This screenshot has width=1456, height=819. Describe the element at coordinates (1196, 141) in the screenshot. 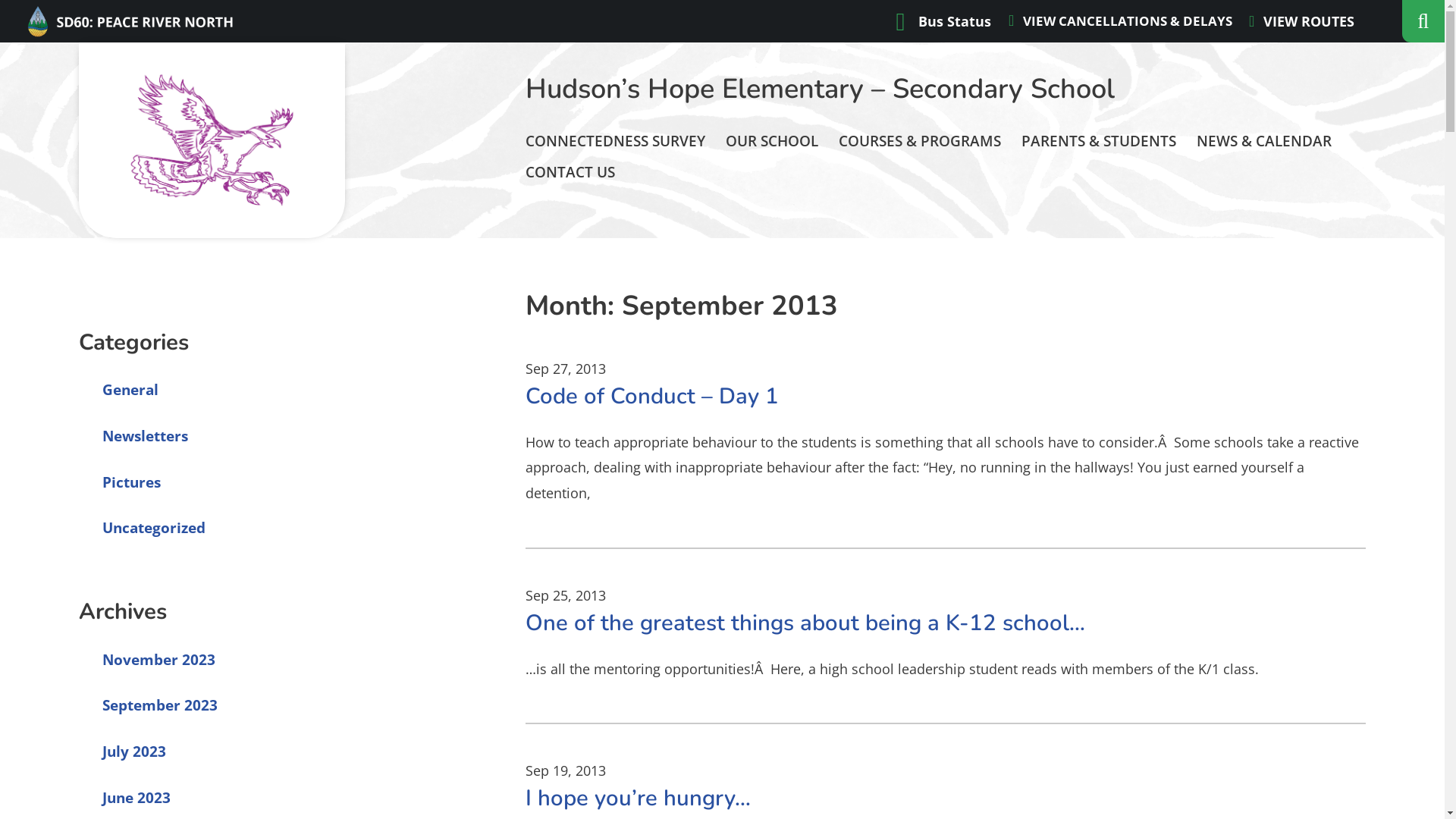

I see `'NEWS & CALENDAR'` at that location.